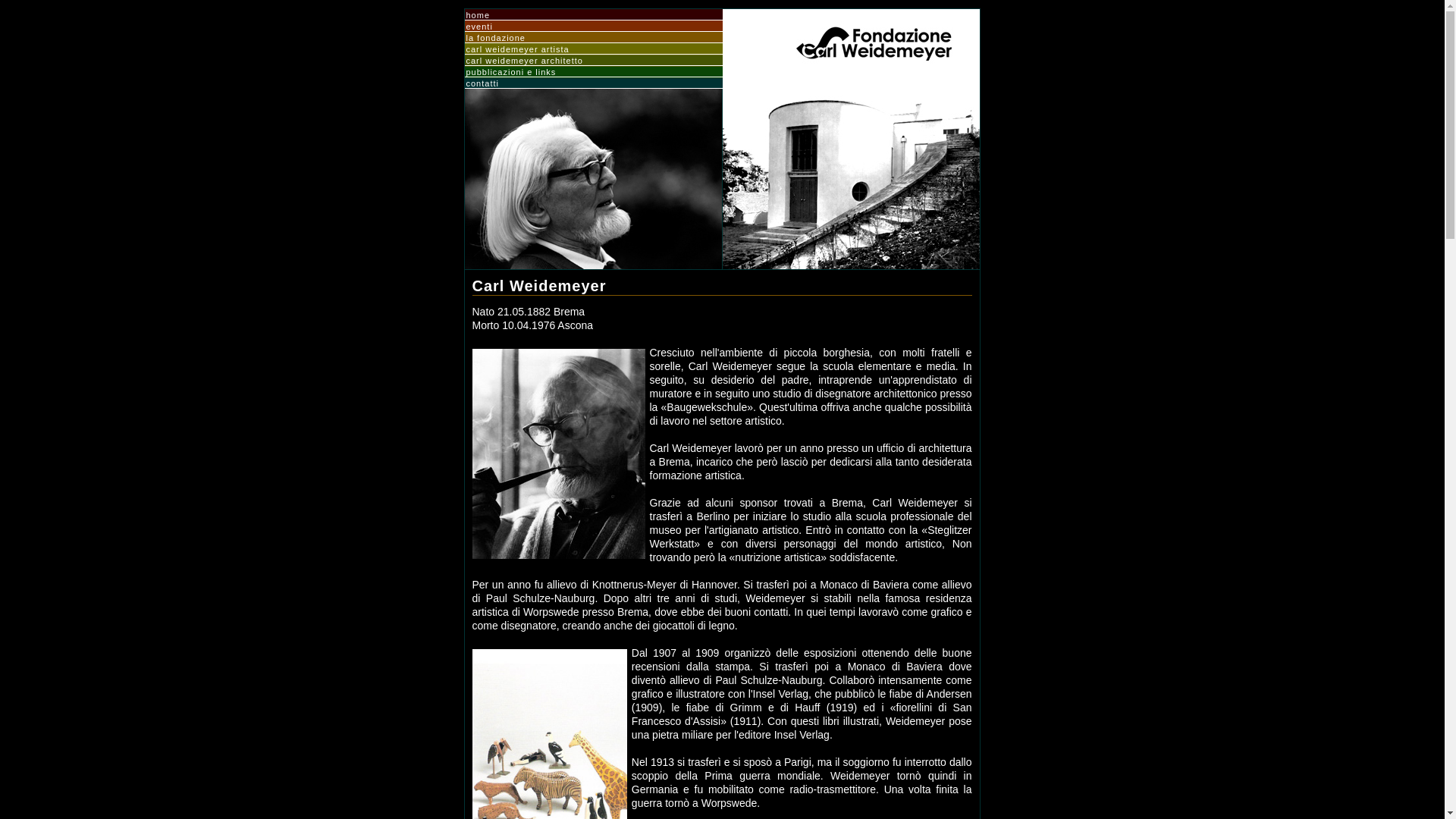 The width and height of the screenshot is (1456, 819). Describe the element at coordinates (592, 60) in the screenshot. I see `'carl weidemeyer architetto'` at that location.